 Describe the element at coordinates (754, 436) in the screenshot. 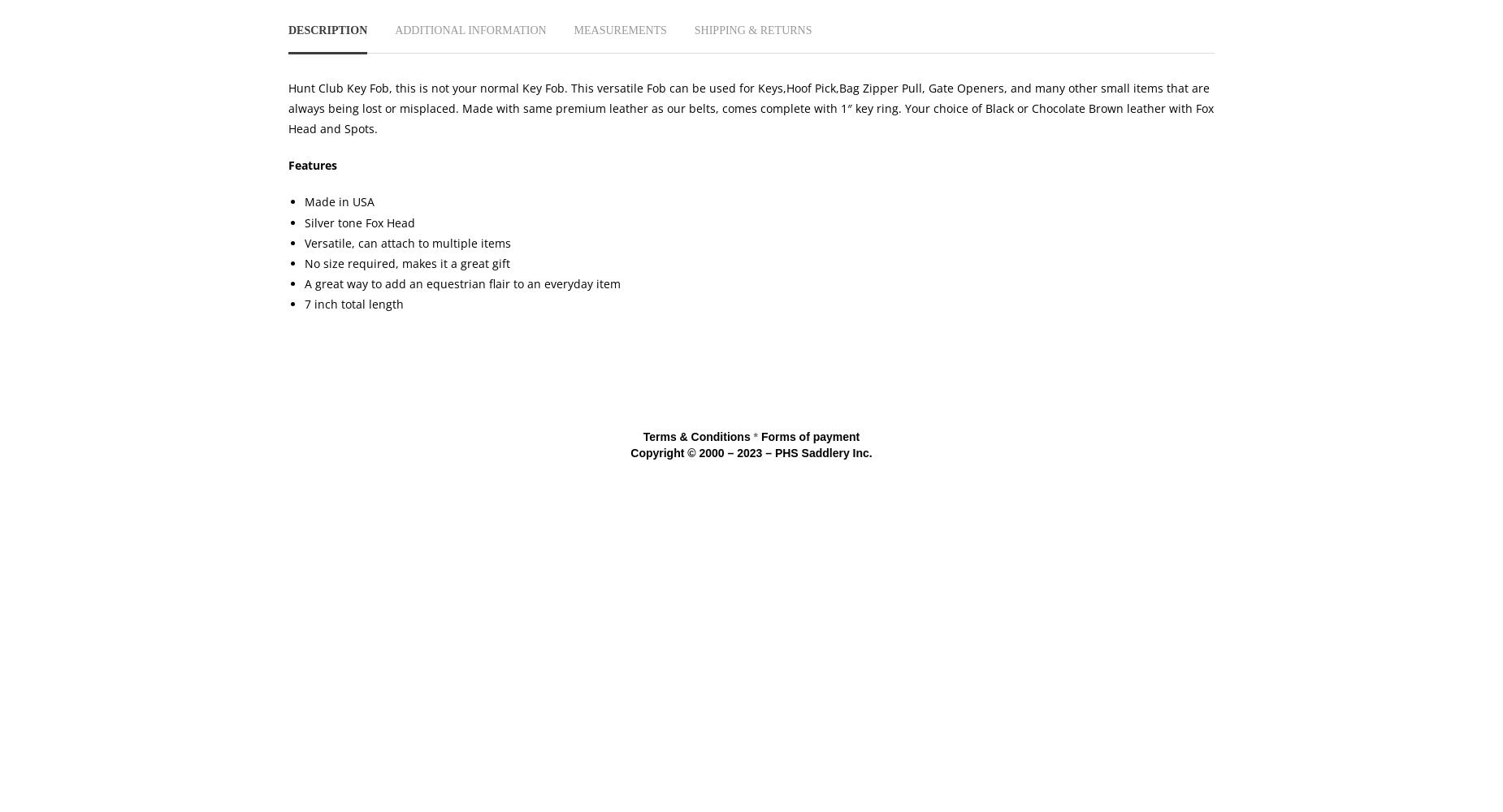

I see `'*'` at that location.